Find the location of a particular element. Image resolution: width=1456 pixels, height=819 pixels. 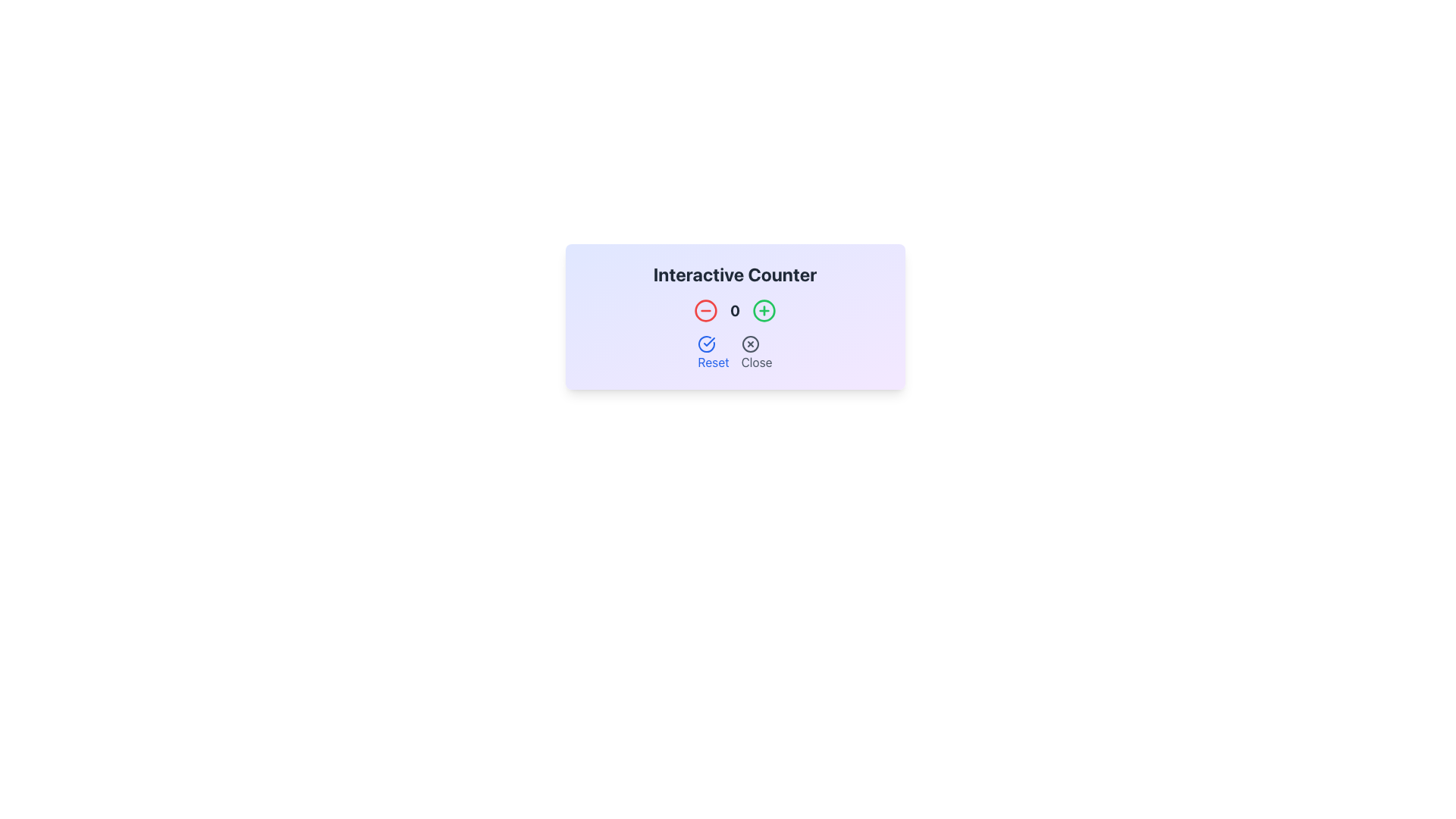

the green circular button with a plus icon (+) to increment the value is located at coordinates (764, 309).